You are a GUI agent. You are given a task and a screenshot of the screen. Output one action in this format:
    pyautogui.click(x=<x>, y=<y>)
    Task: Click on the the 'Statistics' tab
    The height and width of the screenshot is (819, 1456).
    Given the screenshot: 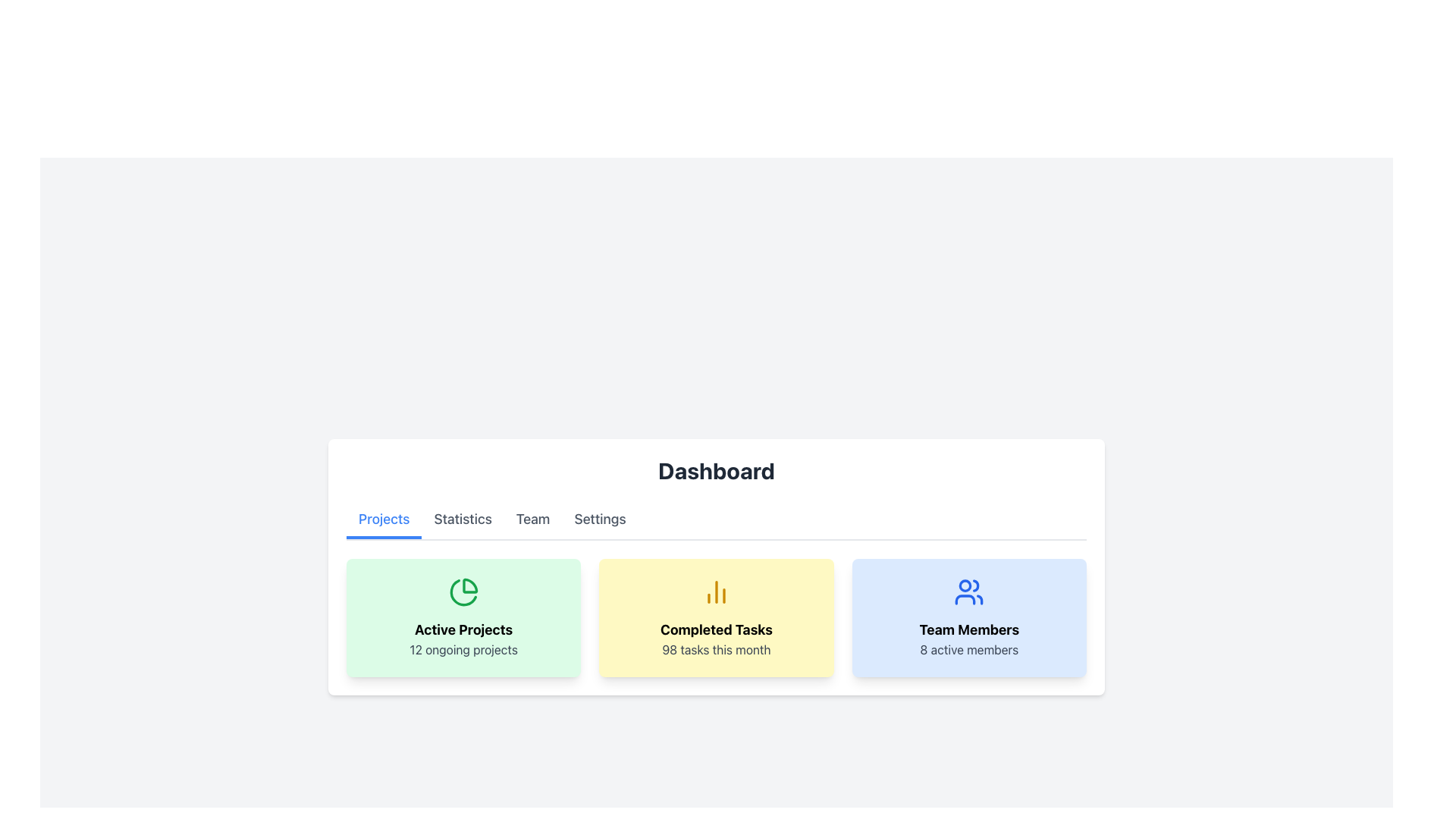 What is the action you would take?
    pyautogui.click(x=462, y=519)
    